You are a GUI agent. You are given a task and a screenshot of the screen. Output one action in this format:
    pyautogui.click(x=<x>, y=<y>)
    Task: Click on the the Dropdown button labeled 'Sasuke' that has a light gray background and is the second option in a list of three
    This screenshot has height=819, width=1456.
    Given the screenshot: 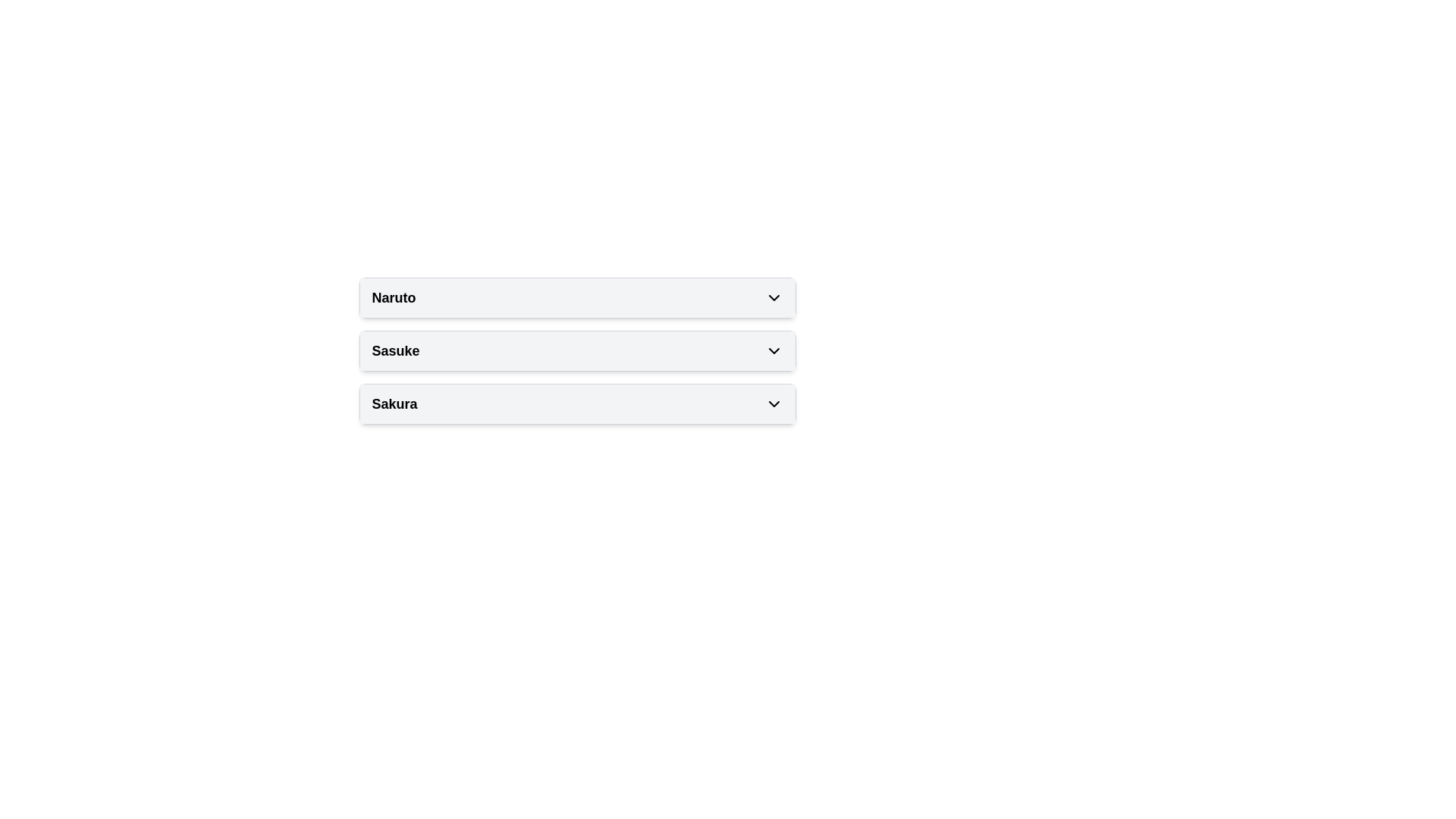 What is the action you would take?
    pyautogui.click(x=576, y=350)
    